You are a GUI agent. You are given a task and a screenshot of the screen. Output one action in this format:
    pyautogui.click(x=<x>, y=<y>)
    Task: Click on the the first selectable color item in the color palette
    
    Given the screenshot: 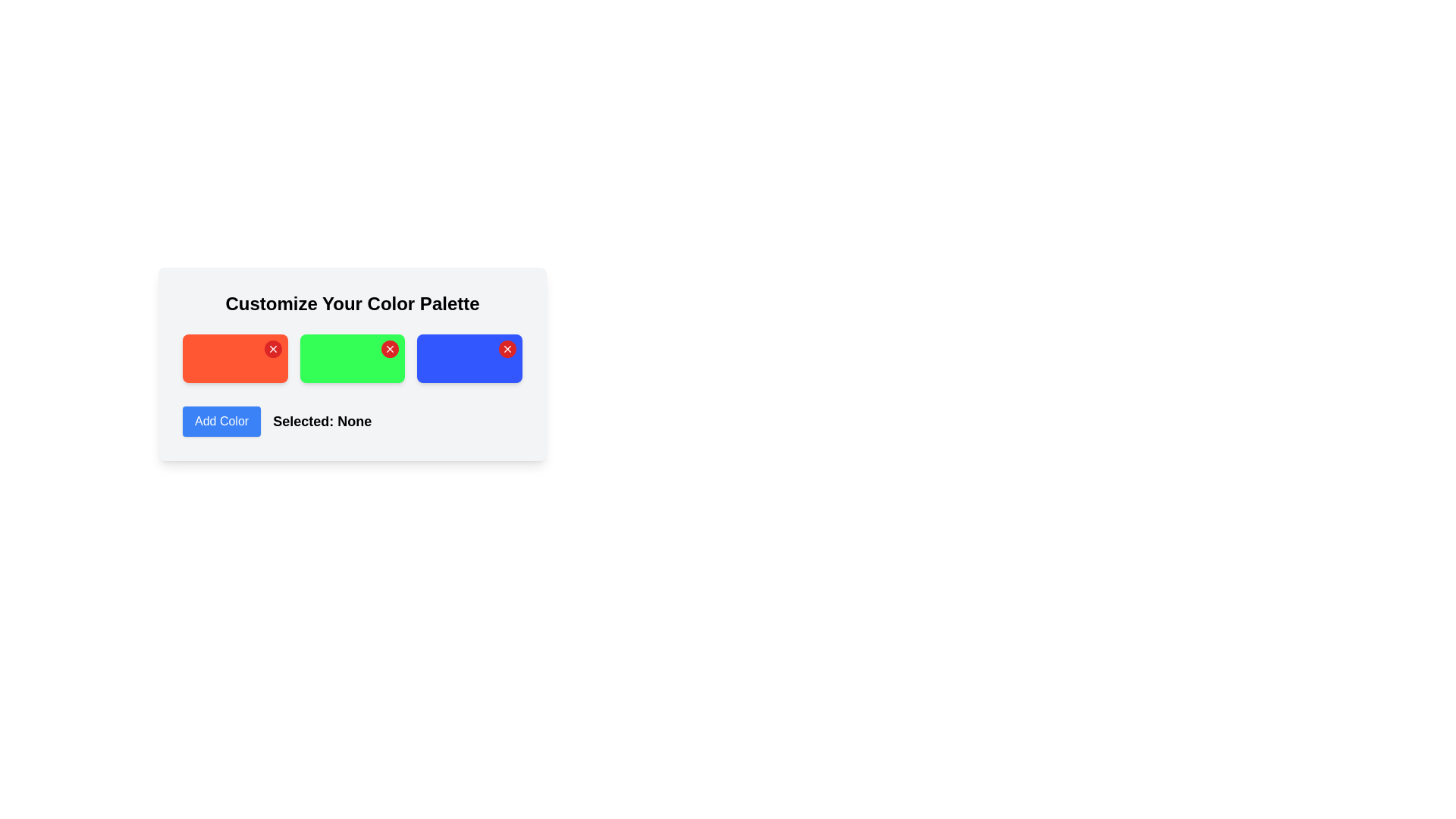 What is the action you would take?
    pyautogui.click(x=234, y=361)
    